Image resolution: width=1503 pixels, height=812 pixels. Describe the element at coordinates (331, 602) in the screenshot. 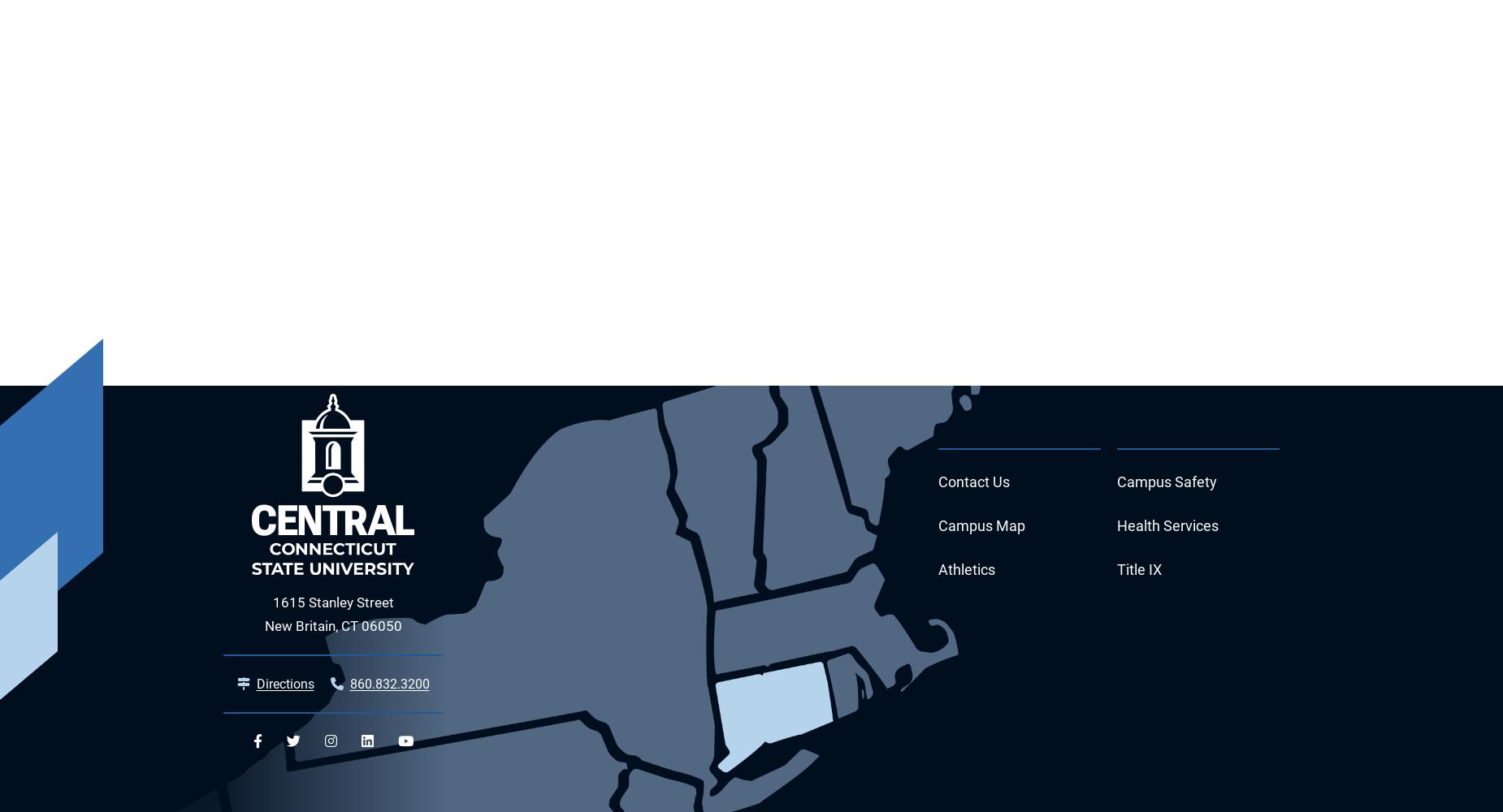

I see `'1615 Stanley Street'` at that location.